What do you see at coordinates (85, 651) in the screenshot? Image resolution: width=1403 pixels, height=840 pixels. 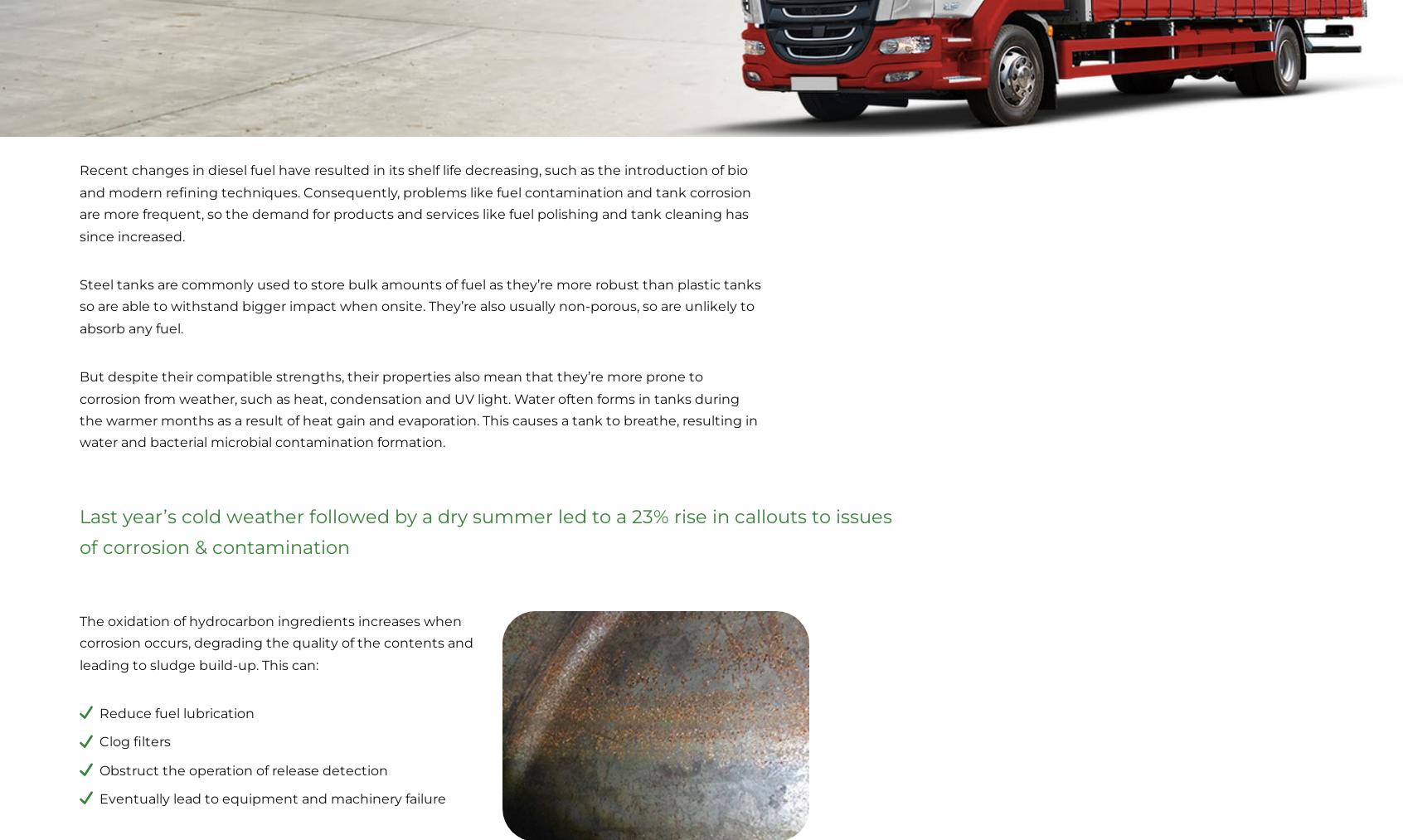 I see `'Fuel Polishing Services'` at bounding box center [85, 651].